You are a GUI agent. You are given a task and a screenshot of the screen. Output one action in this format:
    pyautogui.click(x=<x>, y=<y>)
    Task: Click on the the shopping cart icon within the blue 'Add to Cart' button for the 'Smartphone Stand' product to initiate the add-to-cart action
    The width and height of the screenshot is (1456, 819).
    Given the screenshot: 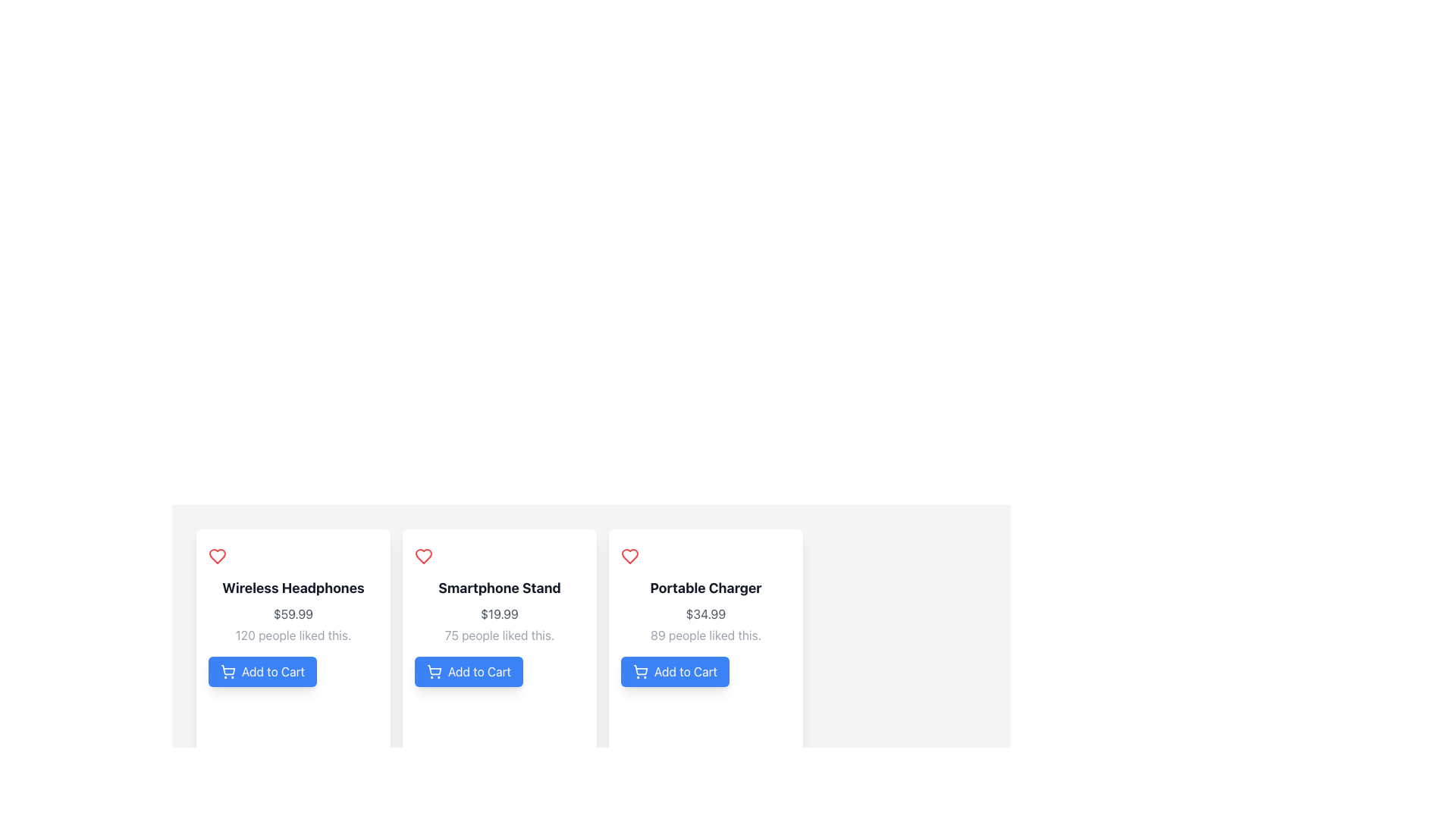 What is the action you would take?
    pyautogui.click(x=433, y=671)
    